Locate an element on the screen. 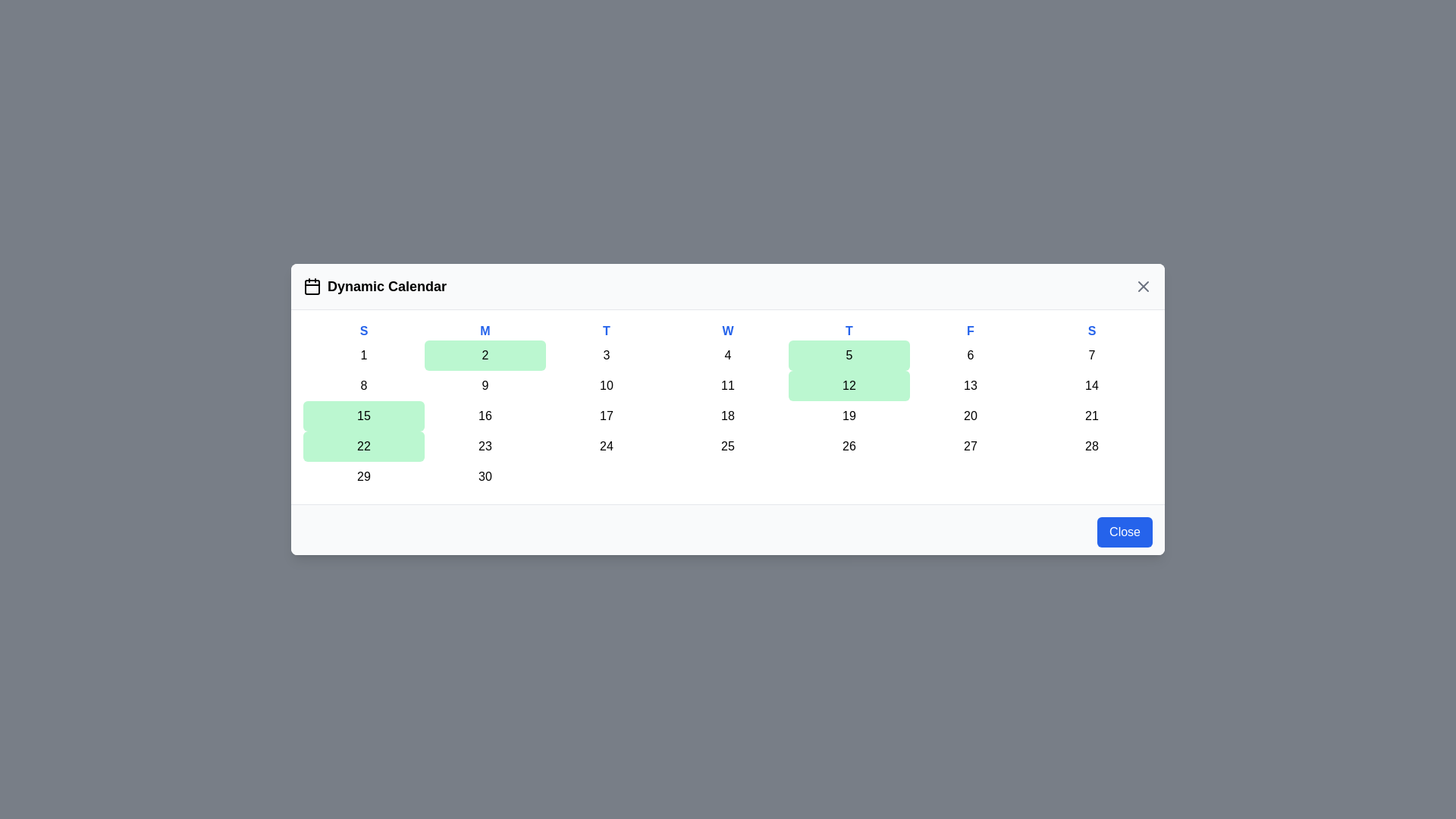  the close button to toggle the calendar's visibility is located at coordinates (1125, 532).